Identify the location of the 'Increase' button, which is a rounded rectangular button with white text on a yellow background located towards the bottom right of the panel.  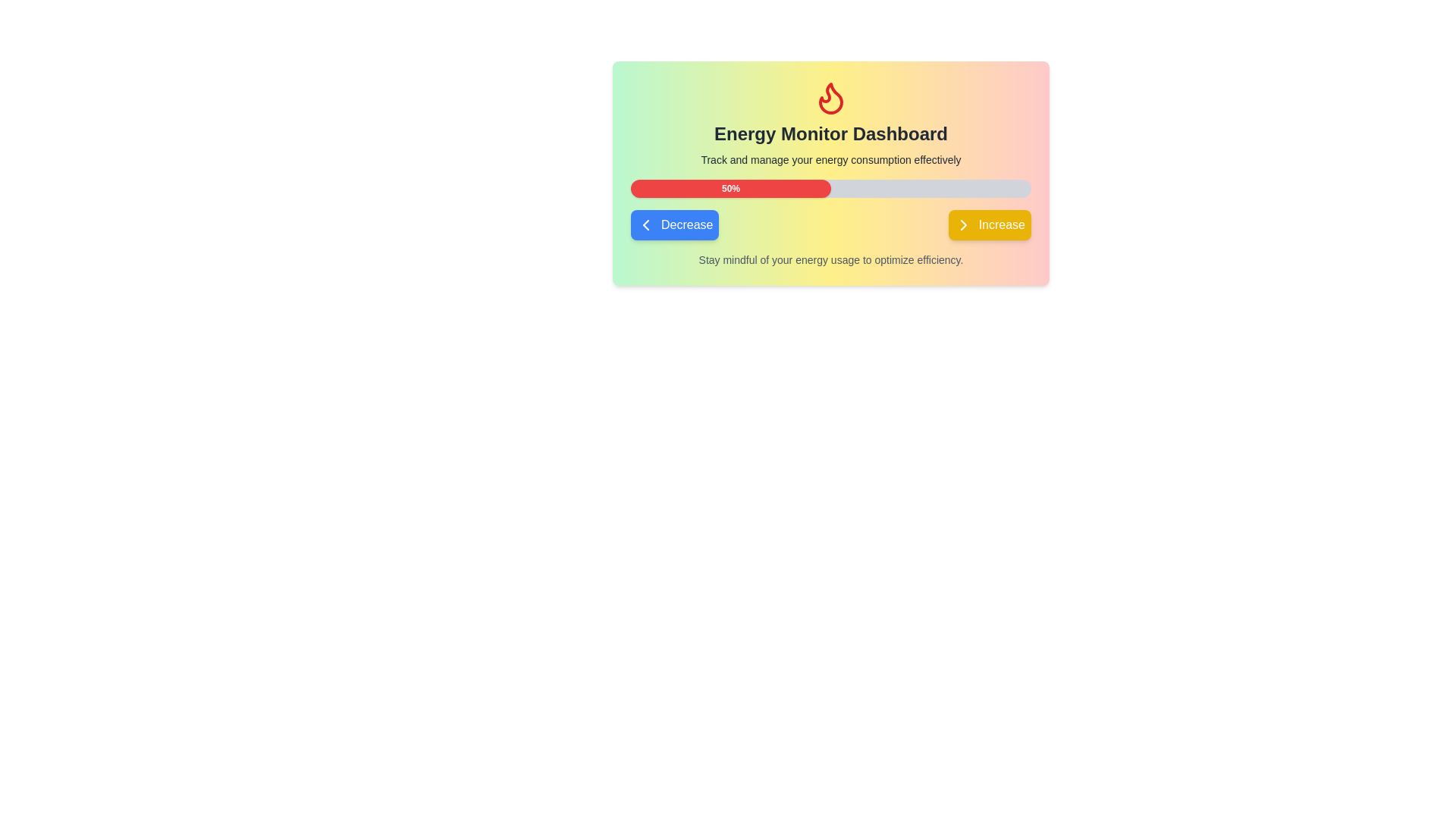
(1001, 225).